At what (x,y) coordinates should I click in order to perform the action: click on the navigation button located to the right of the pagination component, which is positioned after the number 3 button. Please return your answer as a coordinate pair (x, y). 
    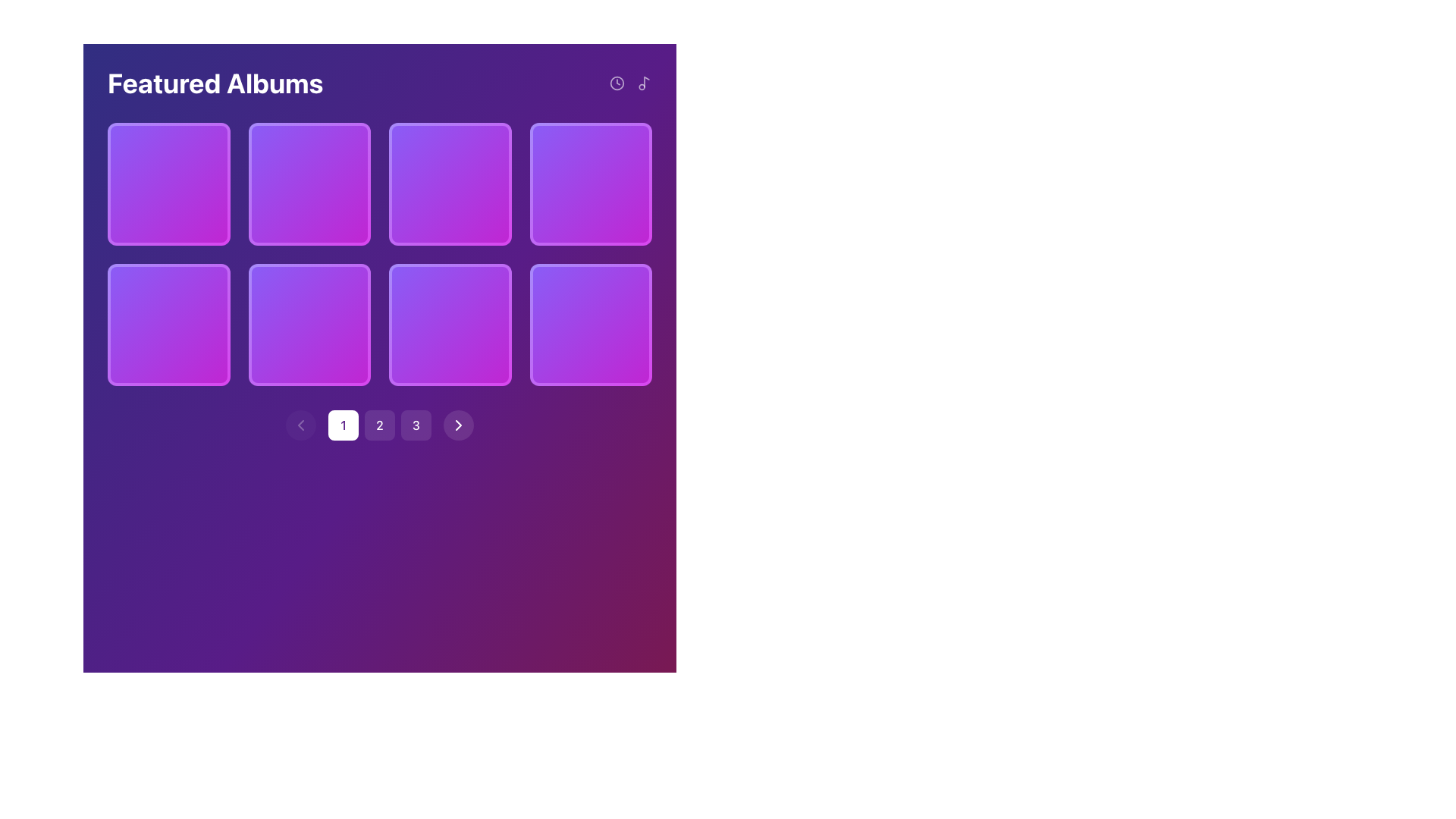
    Looking at the image, I should click on (457, 425).